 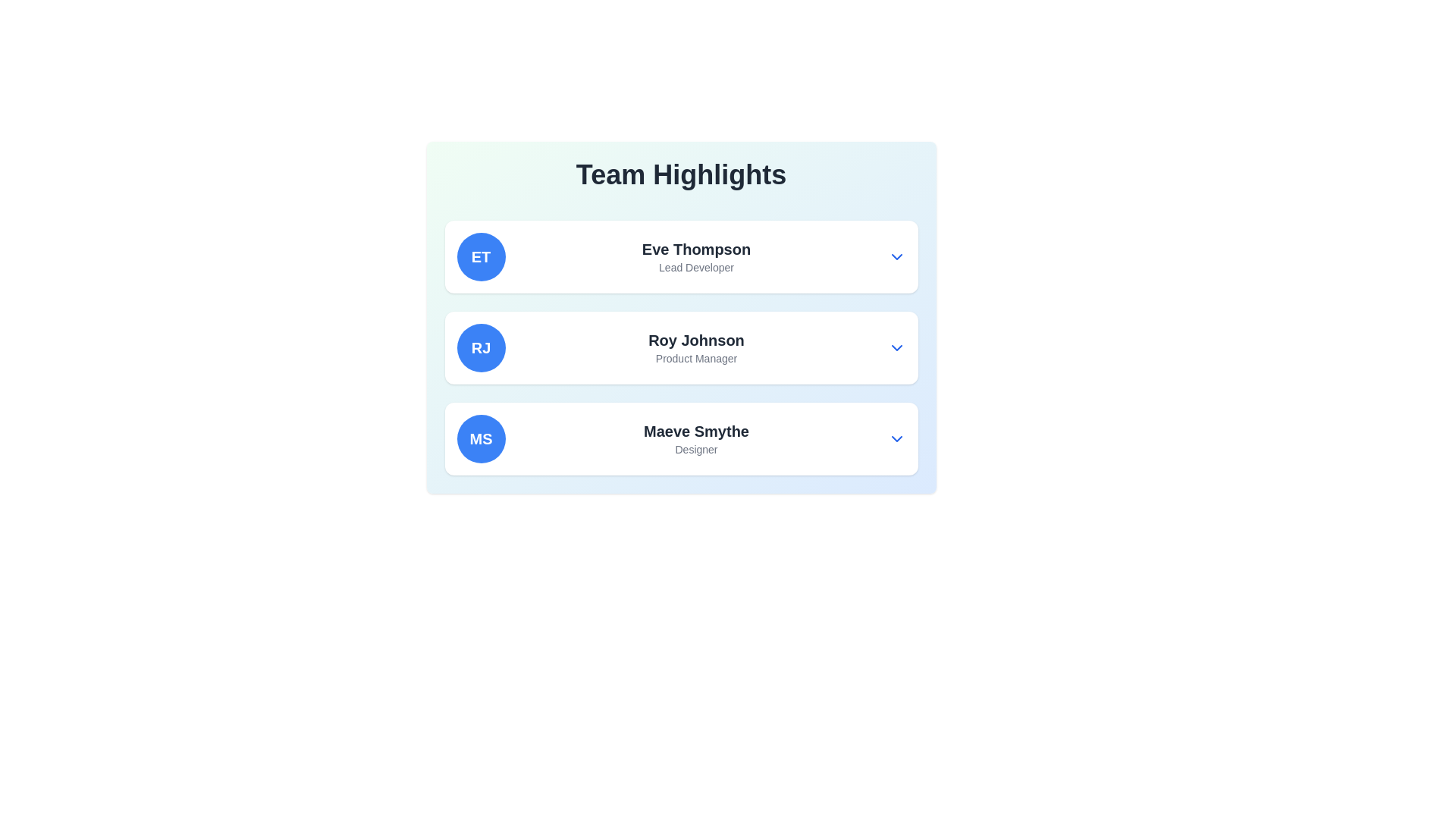 I want to click on the text block identifying Maeve Smythe as a Designer, located in the third row under 'Team Highlights' and positioned to the right of the circular avatar labeled 'MS', so click(x=695, y=438).